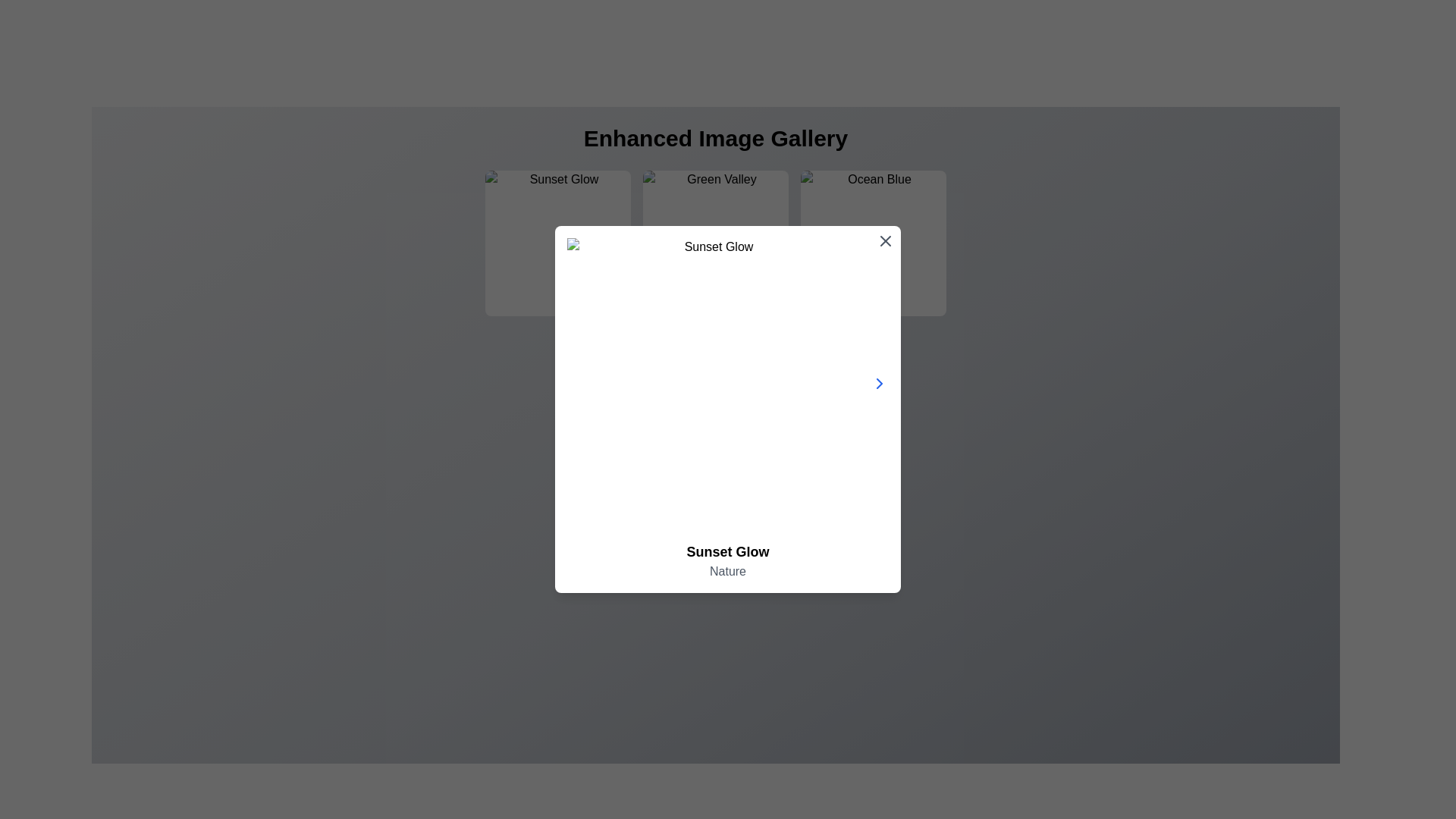  Describe the element at coordinates (728, 571) in the screenshot. I see `the text label displaying the word 'Nature', which is centrally positioned in the lower part of the modal dialog beneath 'Sunset Glow'` at that location.